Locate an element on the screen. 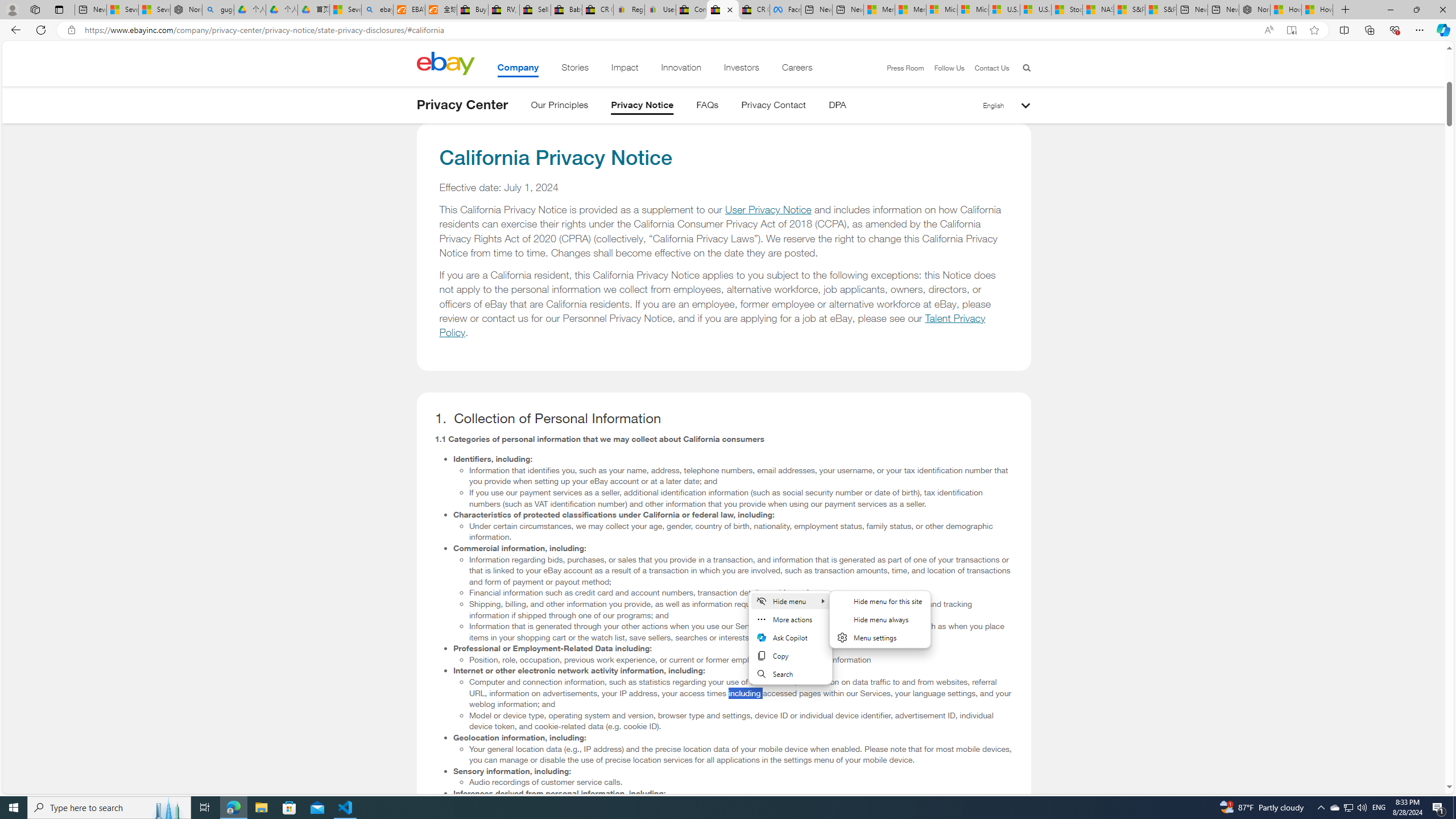  'Privacy Notice' is located at coordinates (642, 106).